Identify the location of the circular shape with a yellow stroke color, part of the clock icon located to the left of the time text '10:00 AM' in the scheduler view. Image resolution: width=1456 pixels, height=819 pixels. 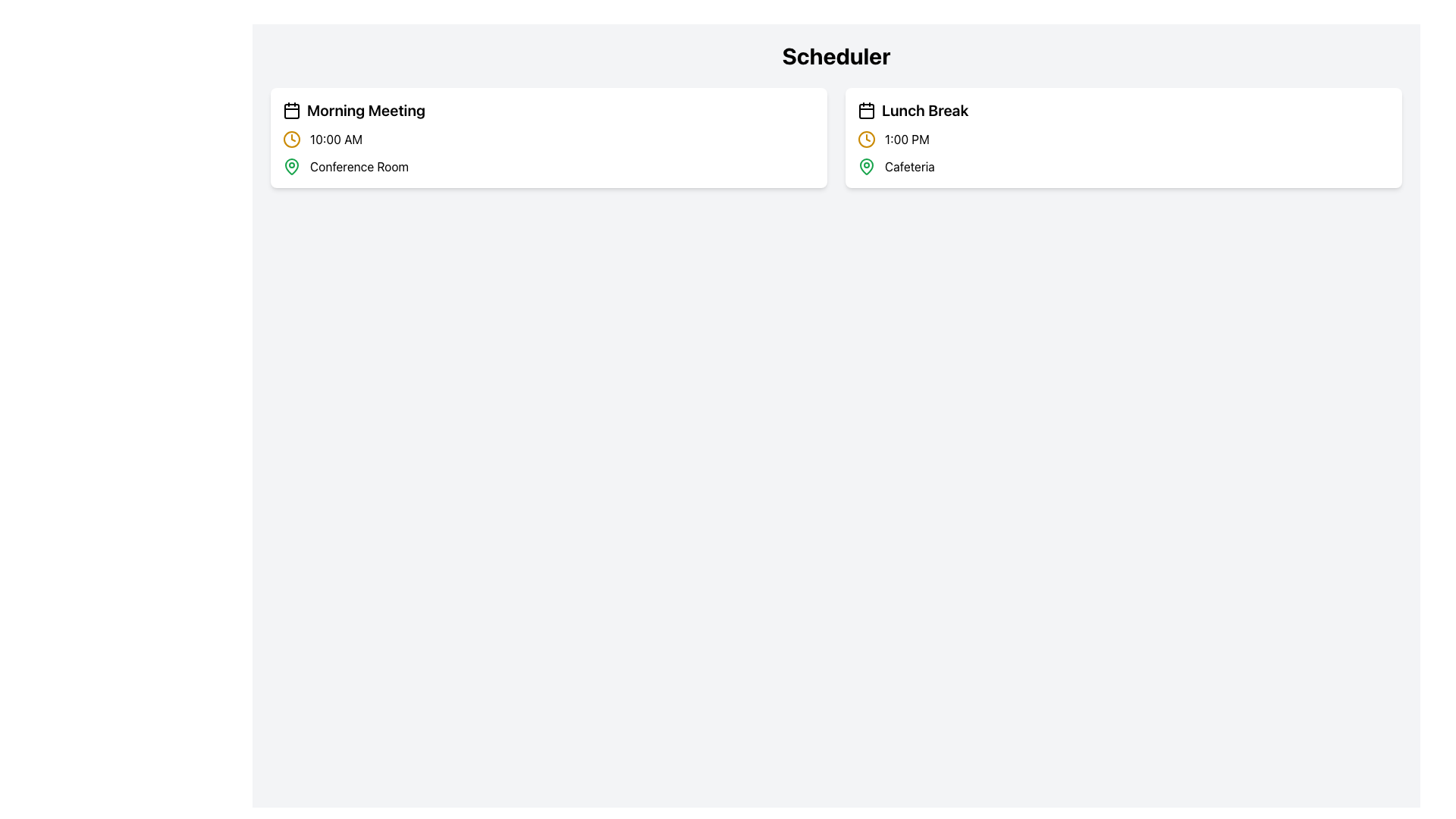
(291, 140).